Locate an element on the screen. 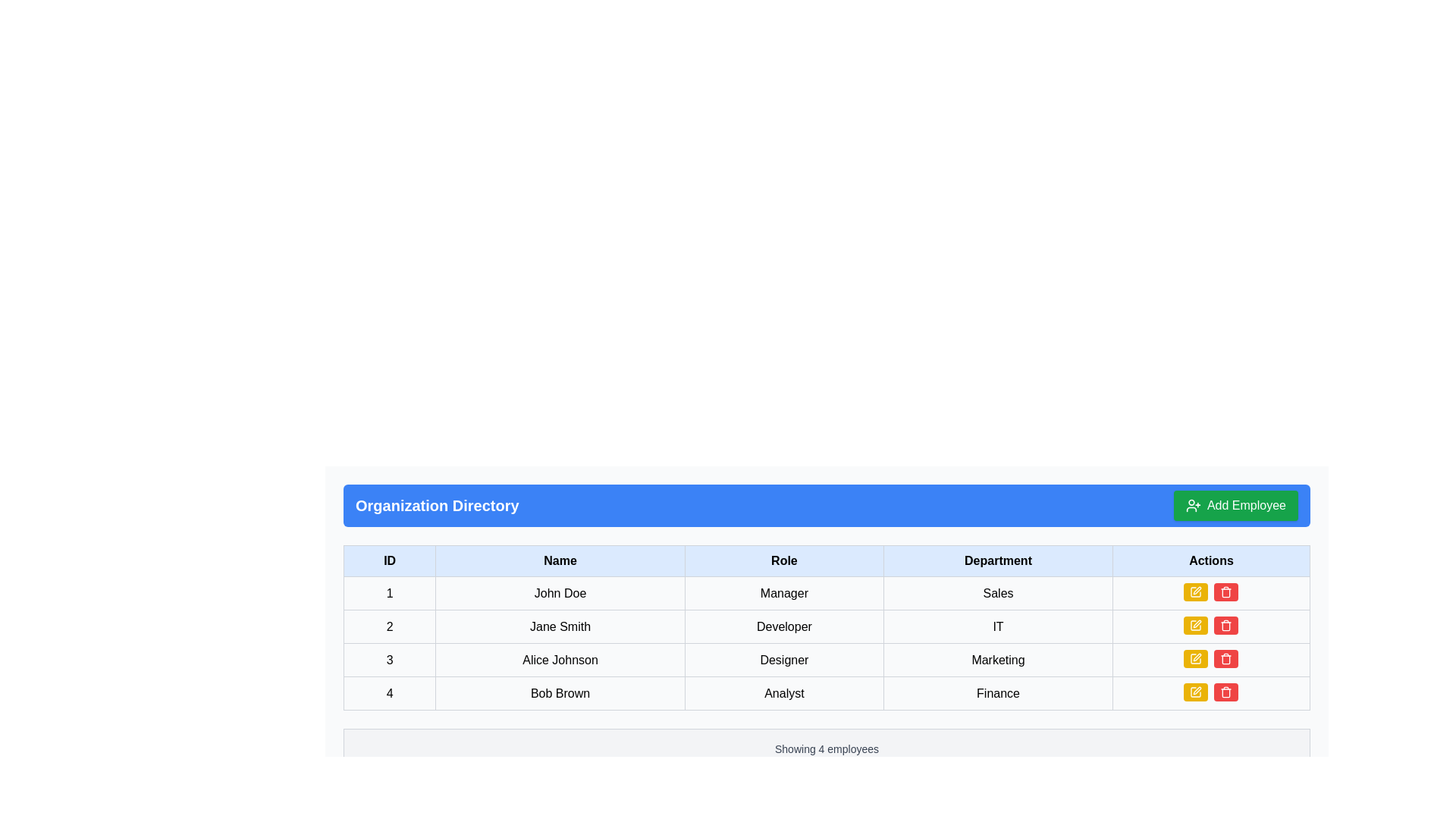  the first column header in the table that indicates ID identifiers of items or entities, located at the top-left of the table, to the left of the 'Name' header is located at coordinates (390, 561).